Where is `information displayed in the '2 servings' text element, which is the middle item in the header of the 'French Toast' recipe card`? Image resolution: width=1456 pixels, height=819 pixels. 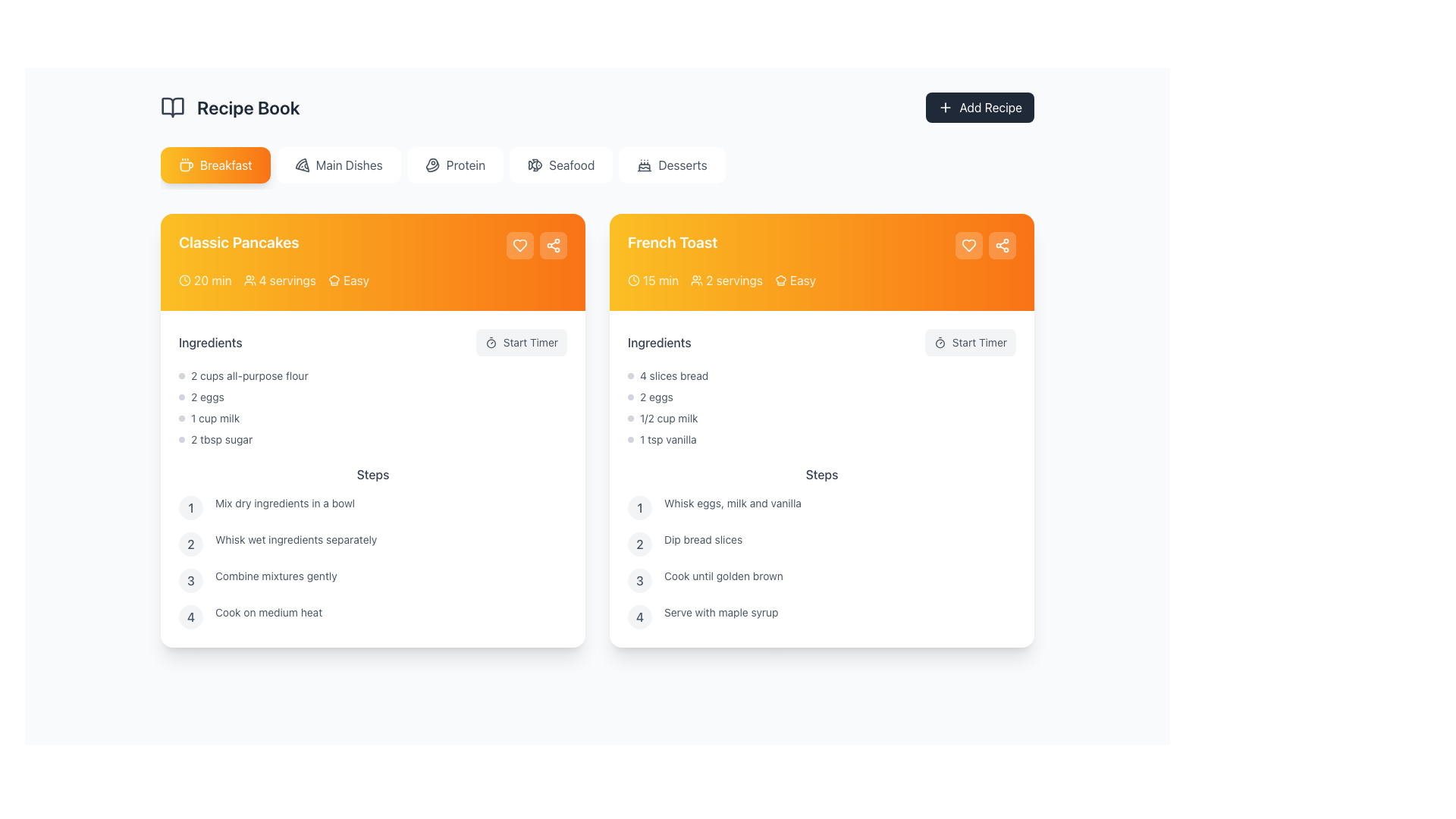 information displayed in the '2 servings' text element, which is the middle item in the header of the 'French Toast' recipe card is located at coordinates (726, 281).